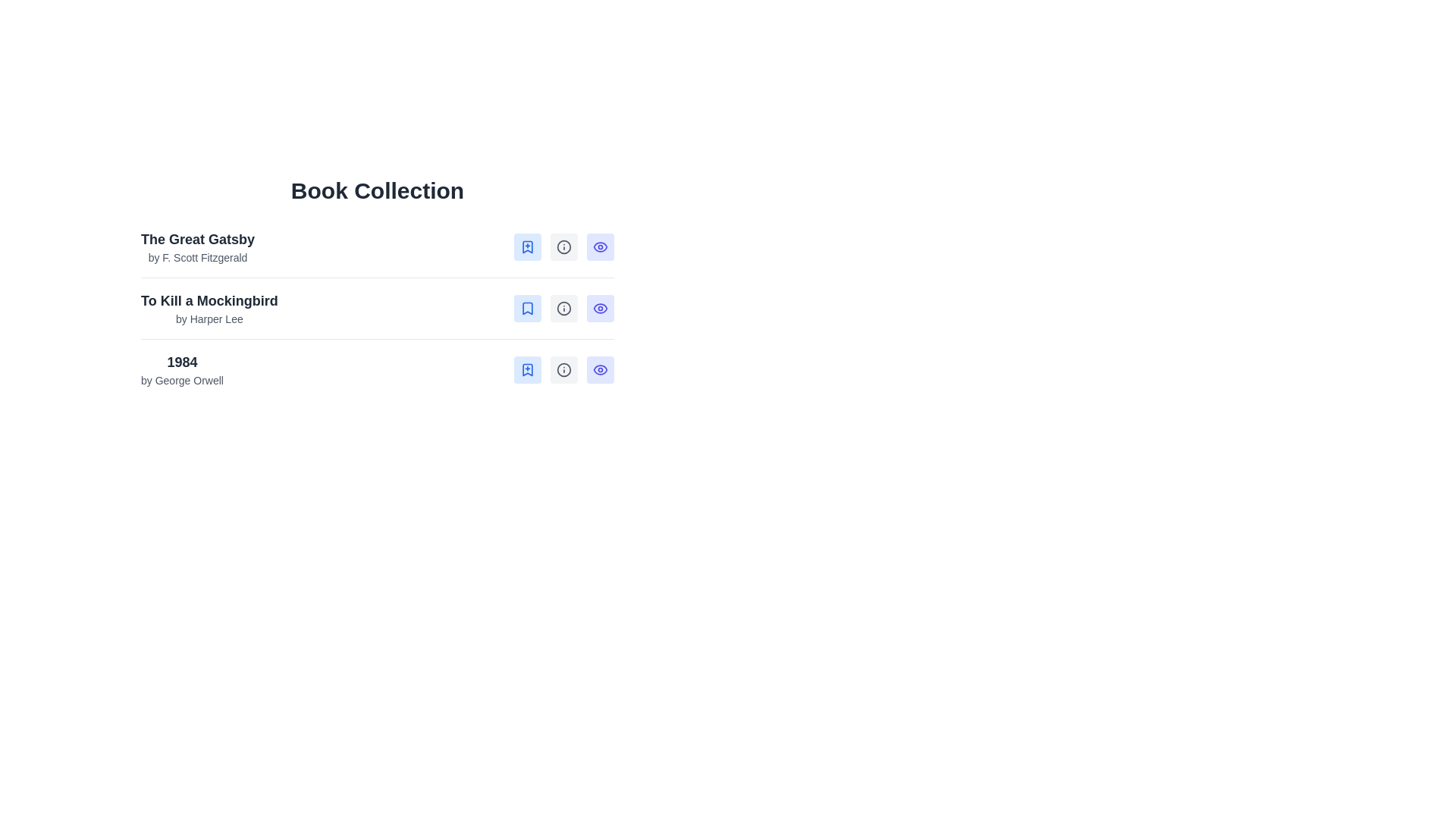 The width and height of the screenshot is (1456, 819). I want to click on the SVG circle graphic that is part of the information icon next to the entry 'To Kill a Mockingbird', so click(563, 246).